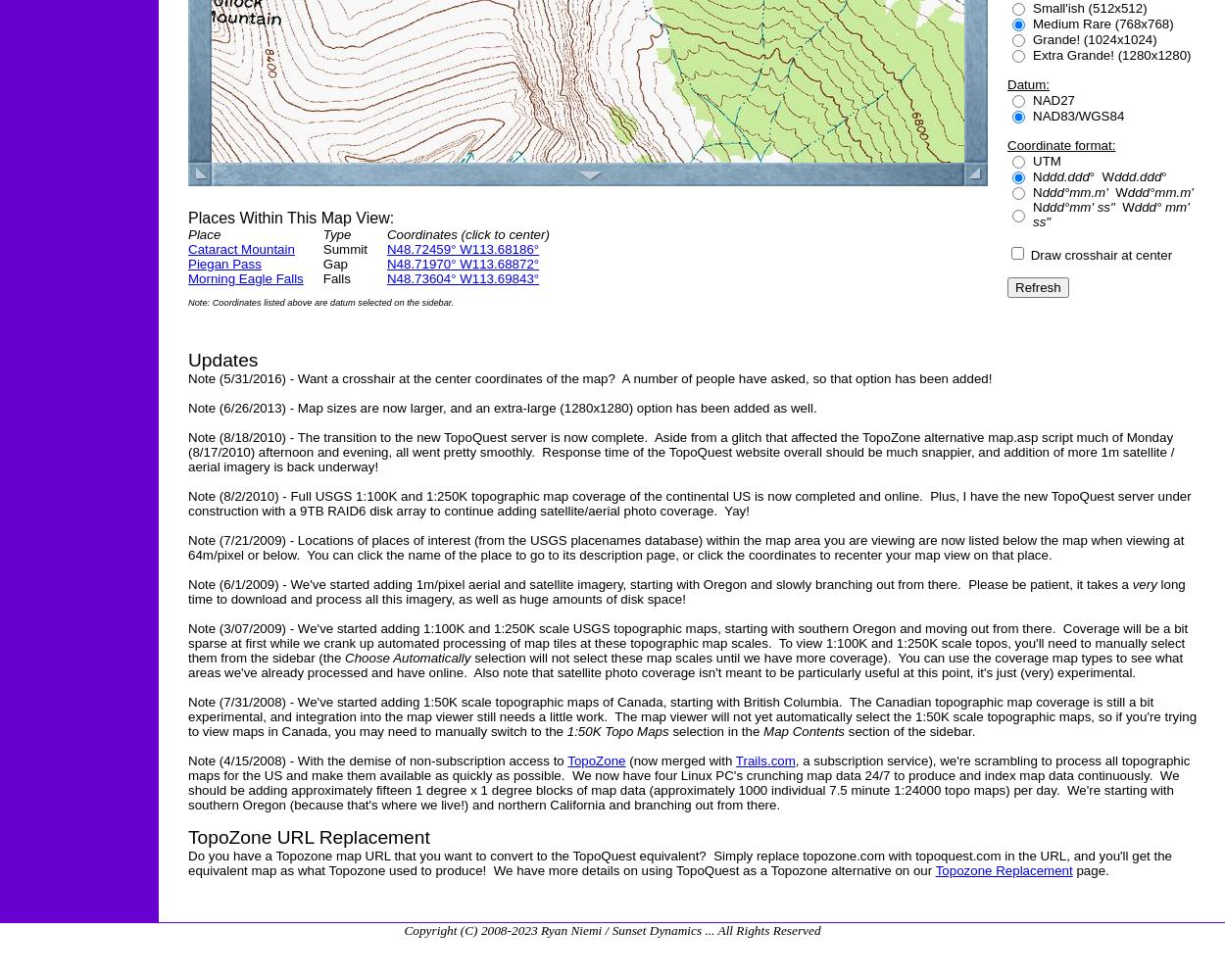 Image resolution: width=1225 pixels, height=980 pixels. I want to click on '(now merged
with', so click(679, 760).